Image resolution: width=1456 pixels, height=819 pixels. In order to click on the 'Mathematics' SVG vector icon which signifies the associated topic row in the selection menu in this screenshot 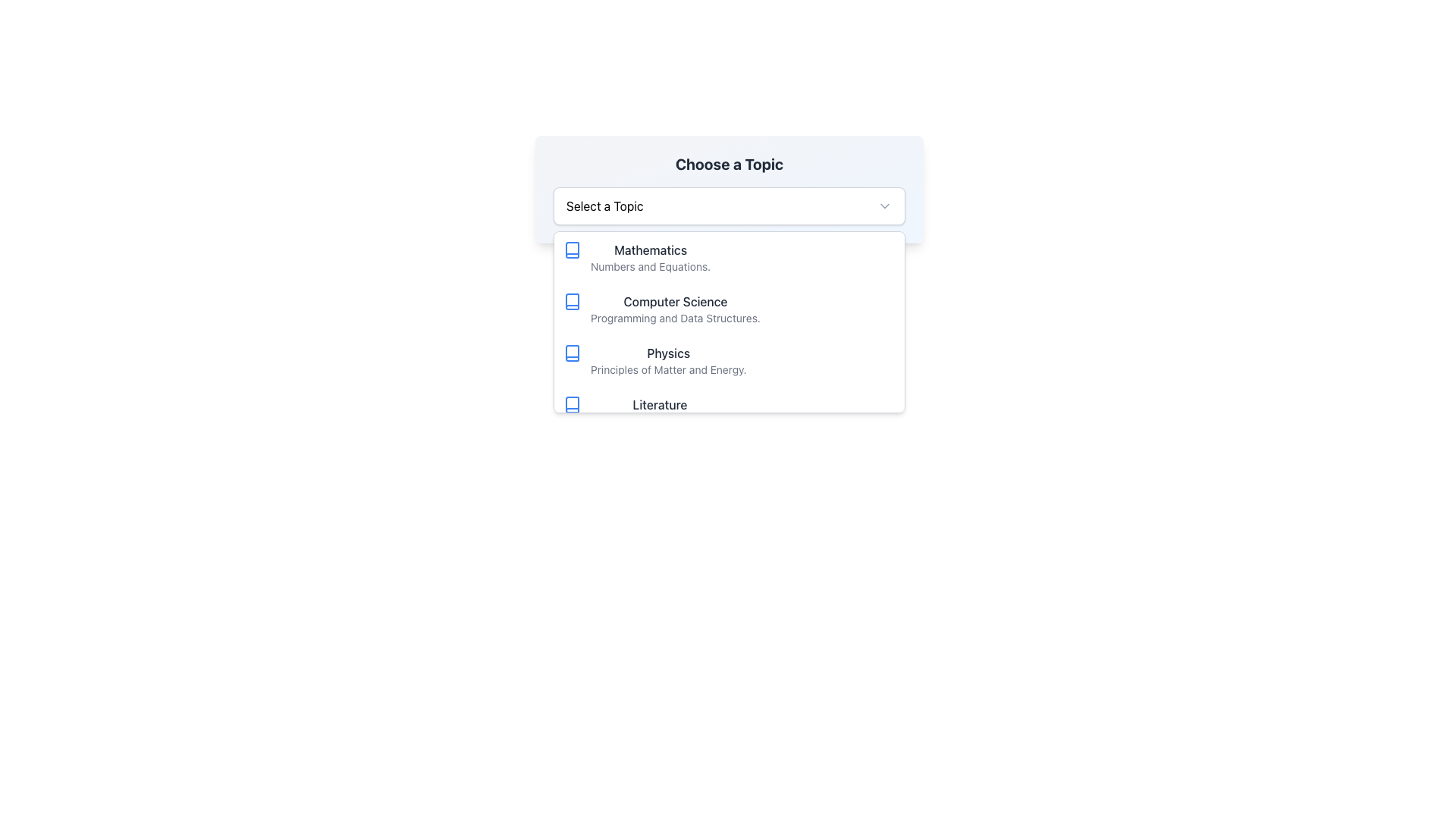, I will do `click(571, 249)`.